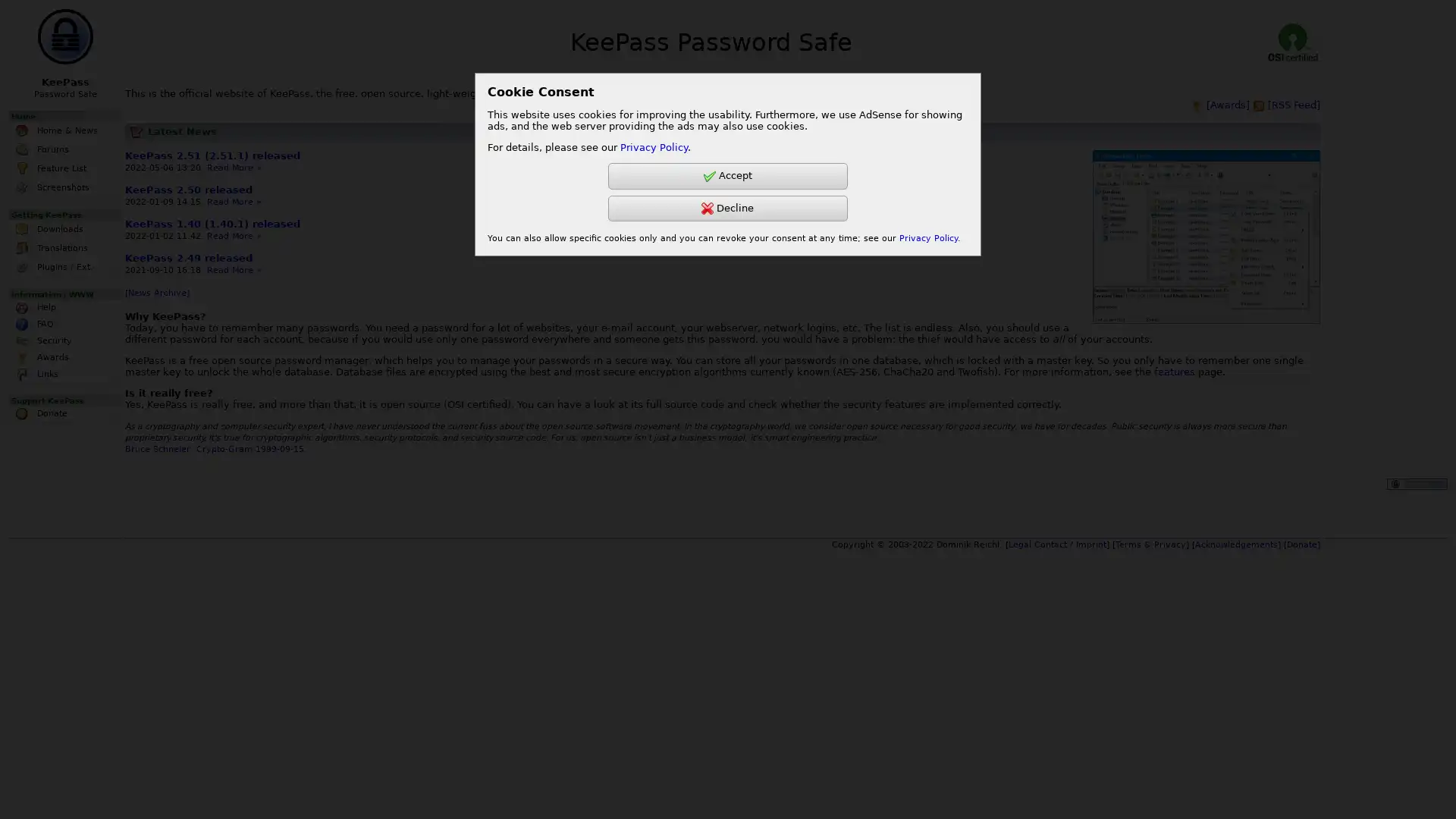  Describe the element at coordinates (726, 174) in the screenshot. I see `Accept` at that location.